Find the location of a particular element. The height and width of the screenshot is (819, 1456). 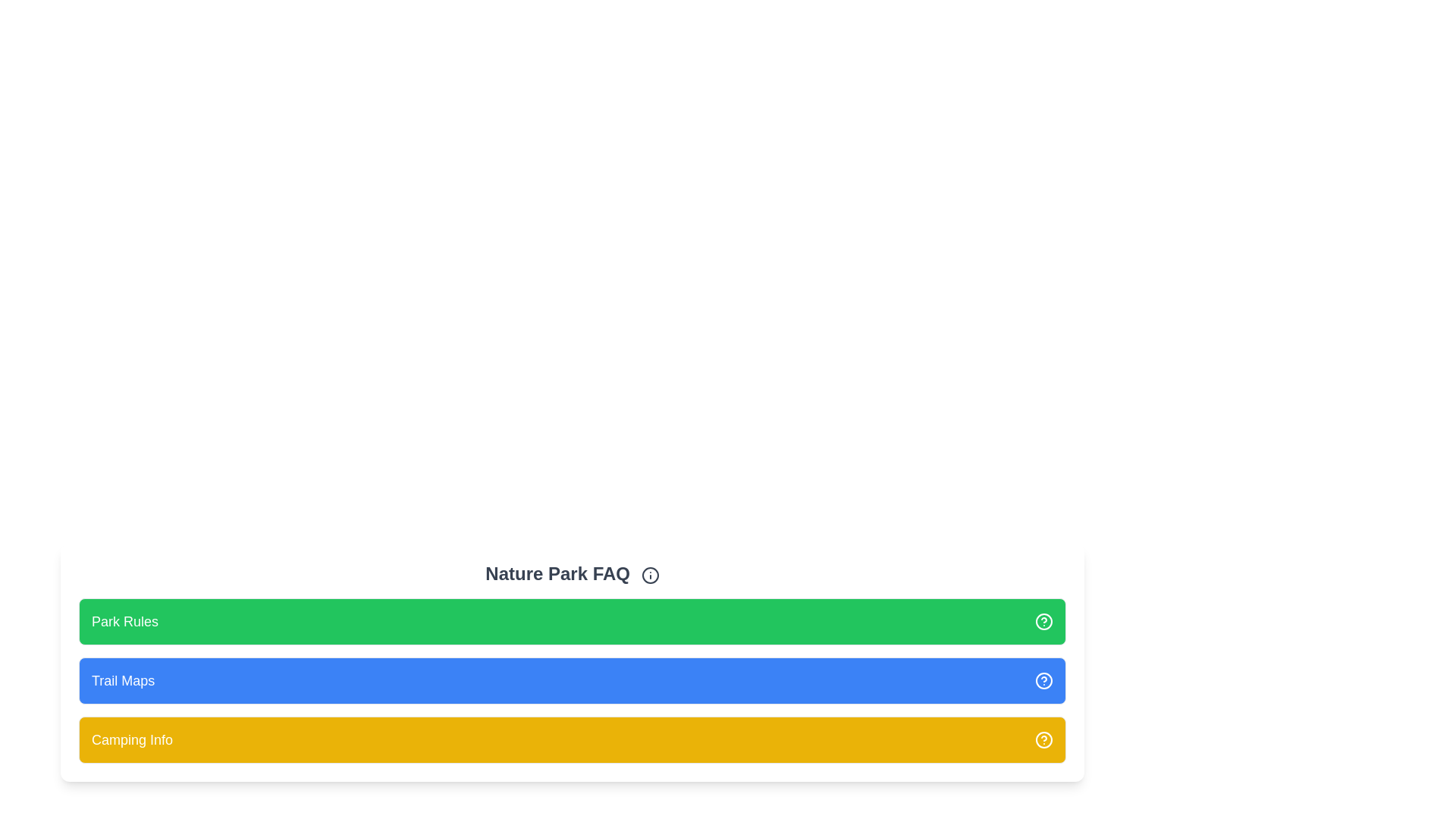

the 'Trail Maps' text label, which is displayed in bold font against a blue background is located at coordinates (123, 680).